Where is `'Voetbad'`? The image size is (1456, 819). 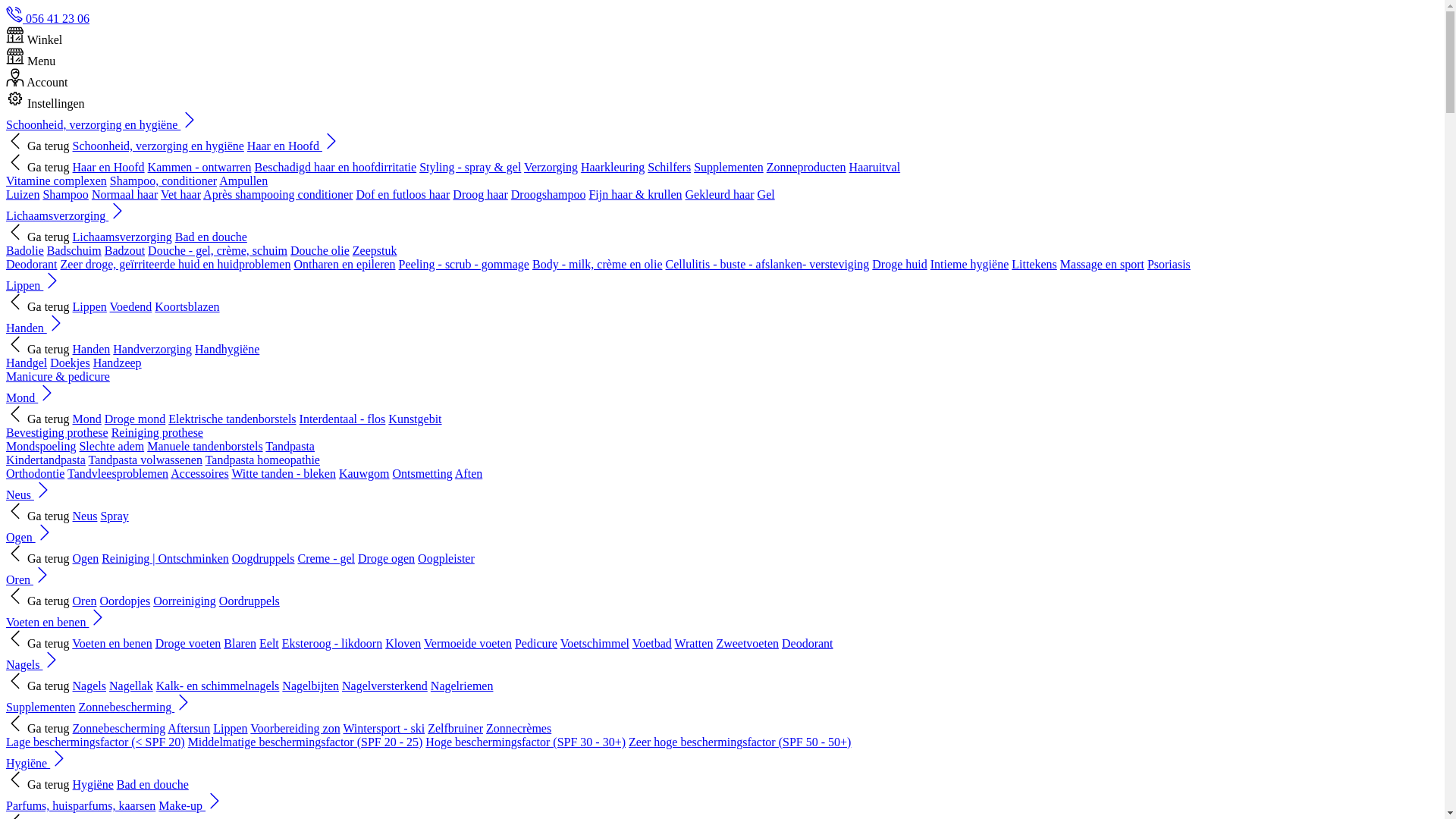
'Voetbad' is located at coordinates (651, 643).